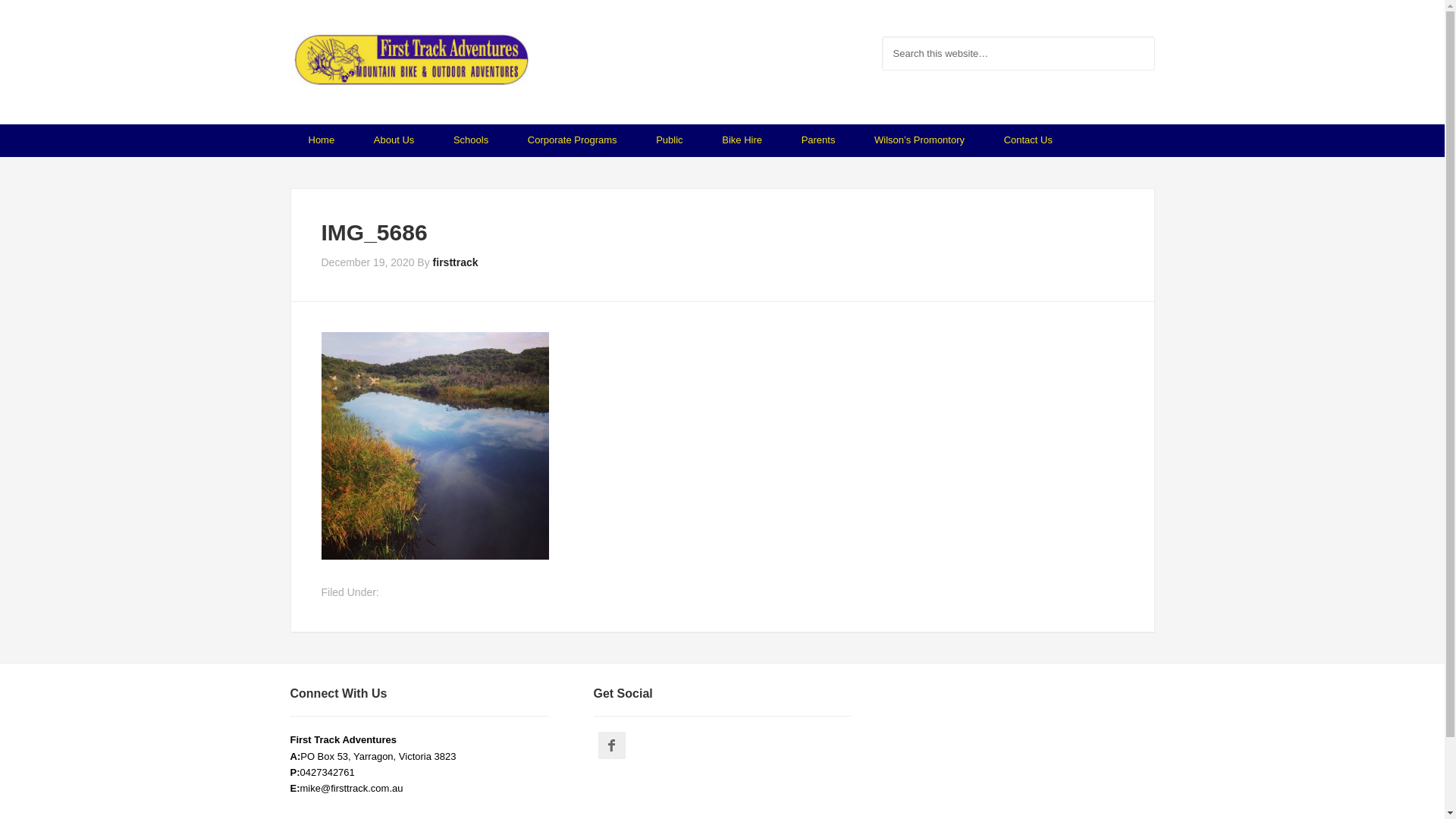  Describe the element at coordinates (435, 140) in the screenshot. I see `'Schools'` at that location.